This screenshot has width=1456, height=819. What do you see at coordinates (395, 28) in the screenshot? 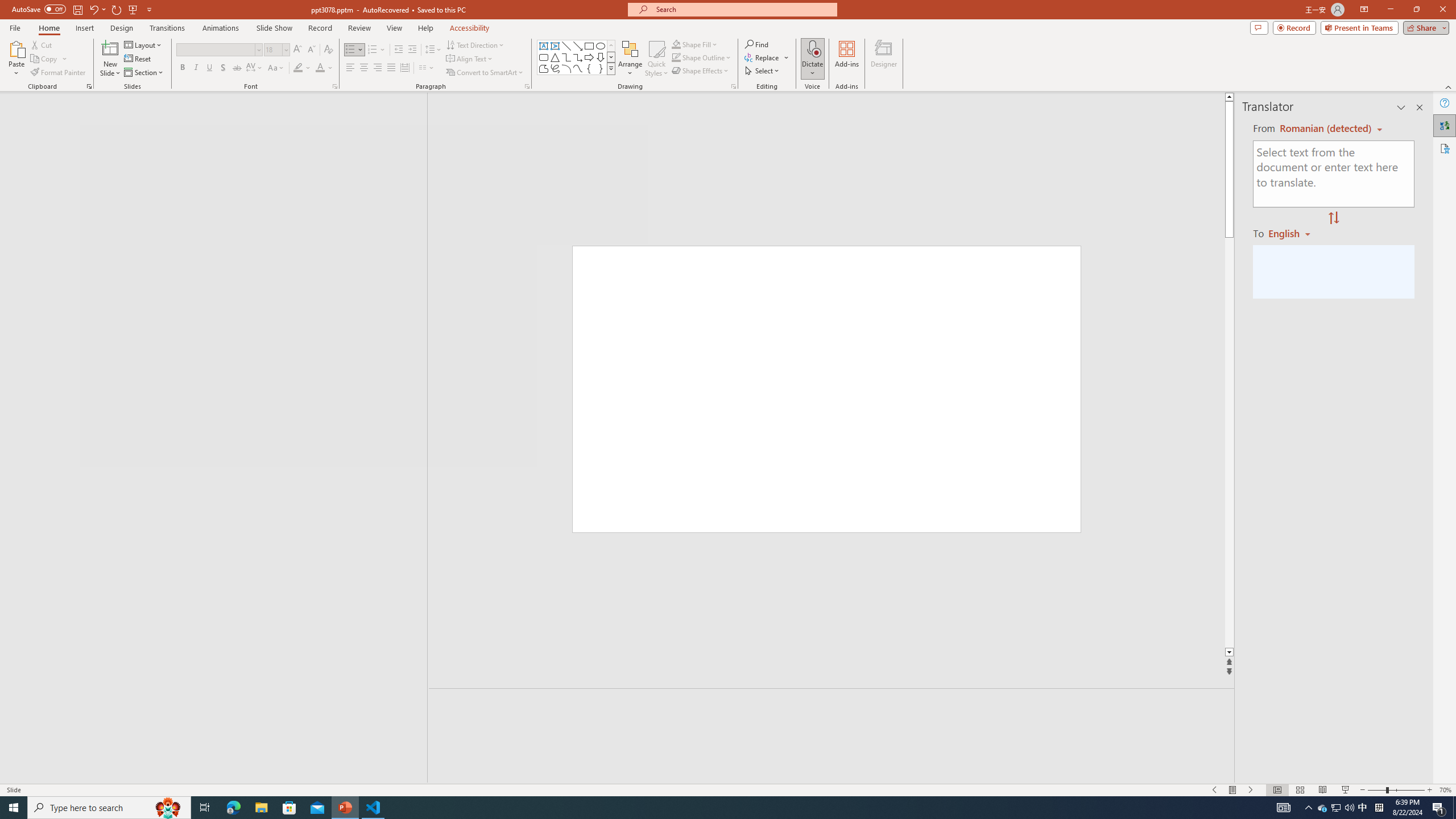
I see `'View'` at bounding box center [395, 28].